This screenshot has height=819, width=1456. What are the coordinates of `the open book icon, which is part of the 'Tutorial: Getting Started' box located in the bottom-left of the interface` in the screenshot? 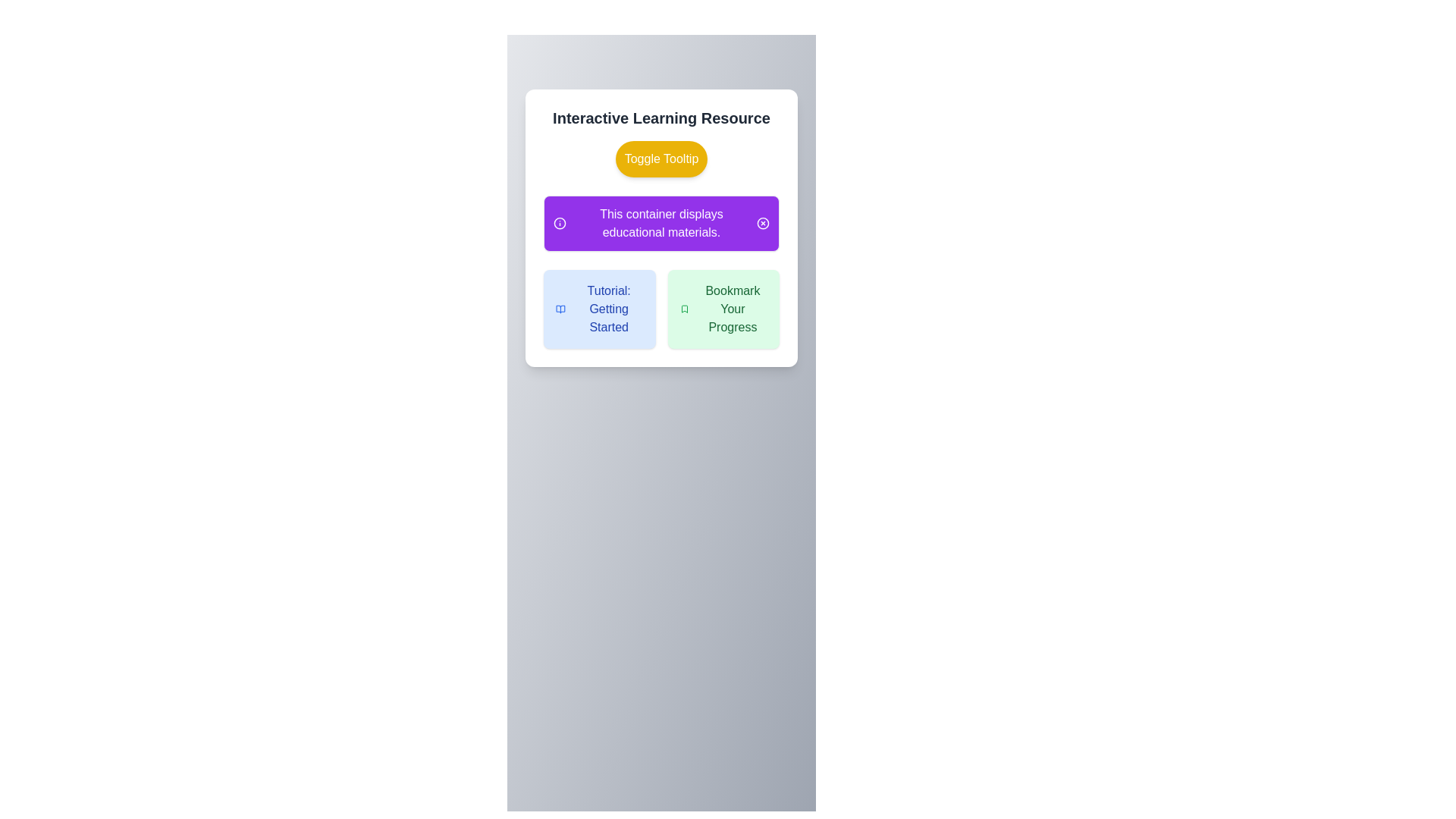 It's located at (560, 309).